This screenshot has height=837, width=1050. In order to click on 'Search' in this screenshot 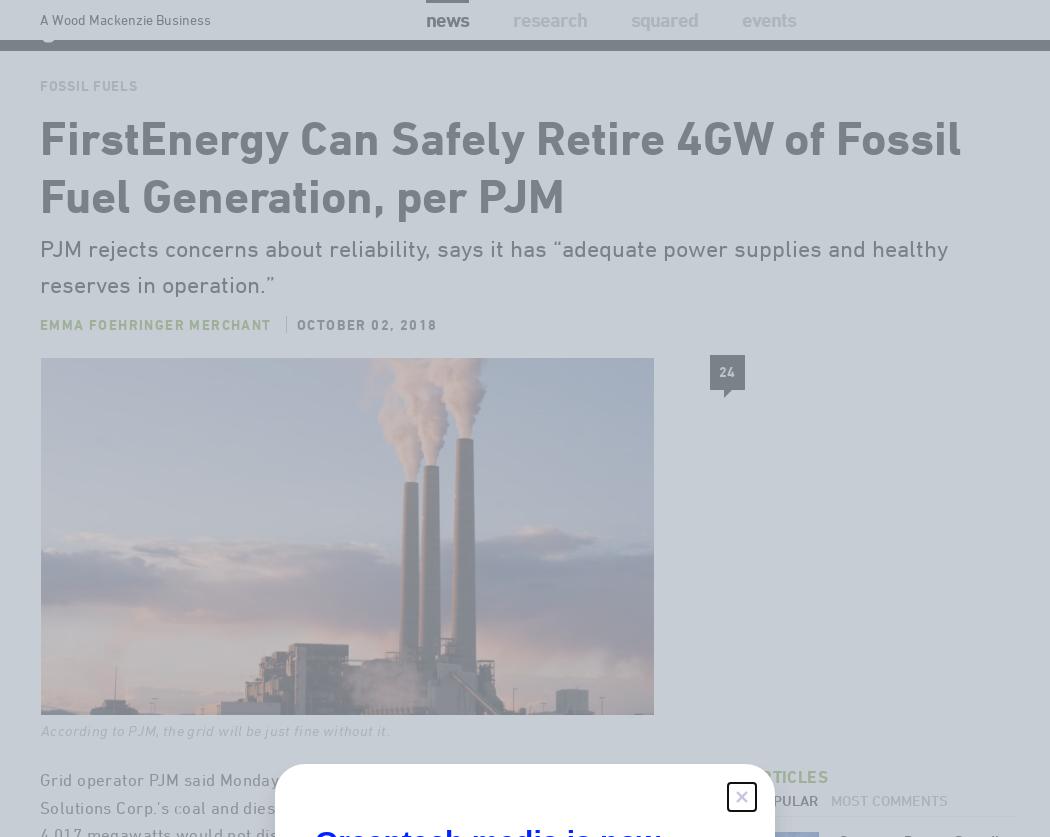, I will do `click(922, 65)`.